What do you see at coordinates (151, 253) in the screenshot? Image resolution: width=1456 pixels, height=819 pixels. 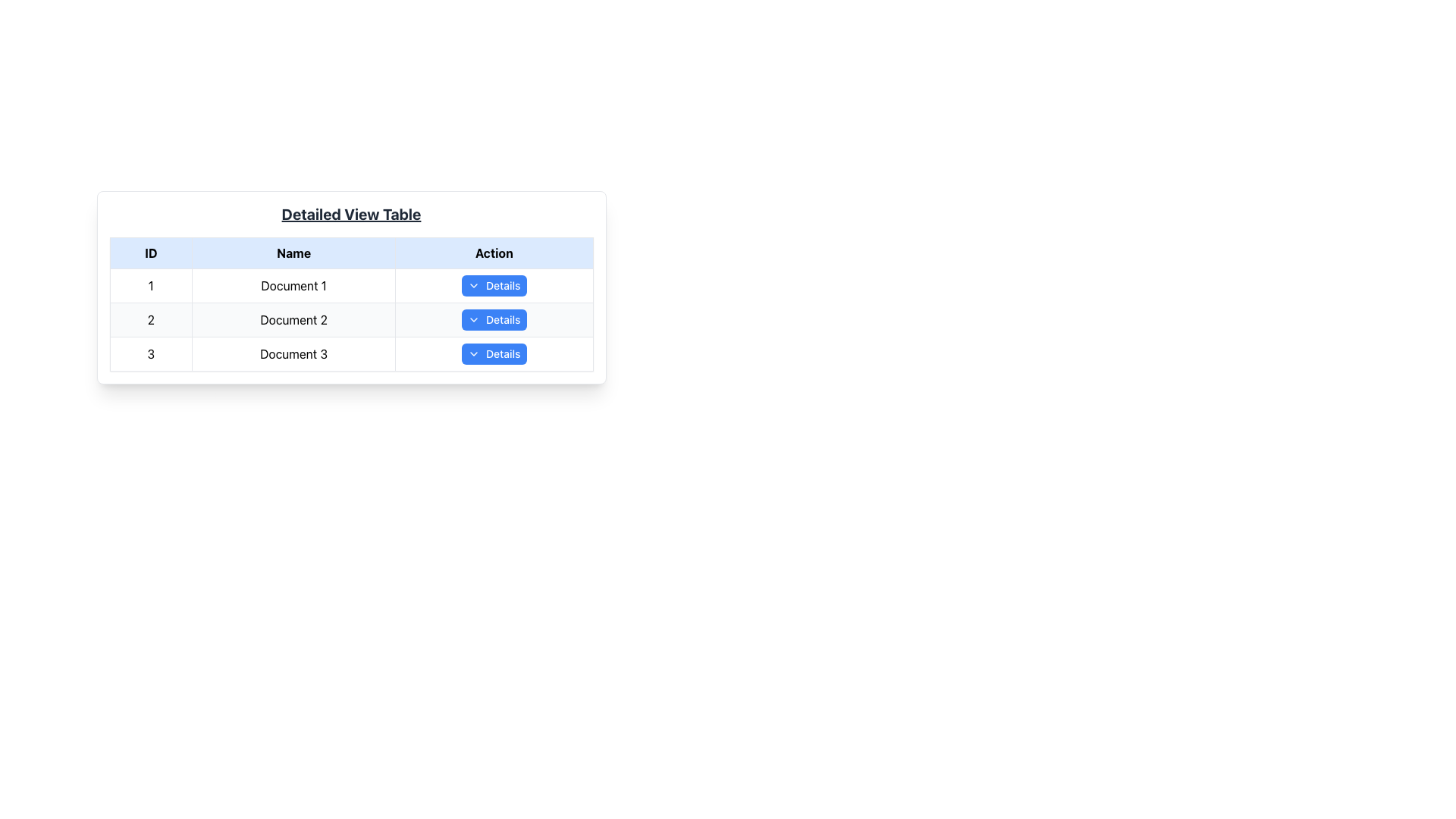 I see `the leftmost Table Header Cell that labels the column for IDs in the Detailed View Table for potential interaction` at bounding box center [151, 253].